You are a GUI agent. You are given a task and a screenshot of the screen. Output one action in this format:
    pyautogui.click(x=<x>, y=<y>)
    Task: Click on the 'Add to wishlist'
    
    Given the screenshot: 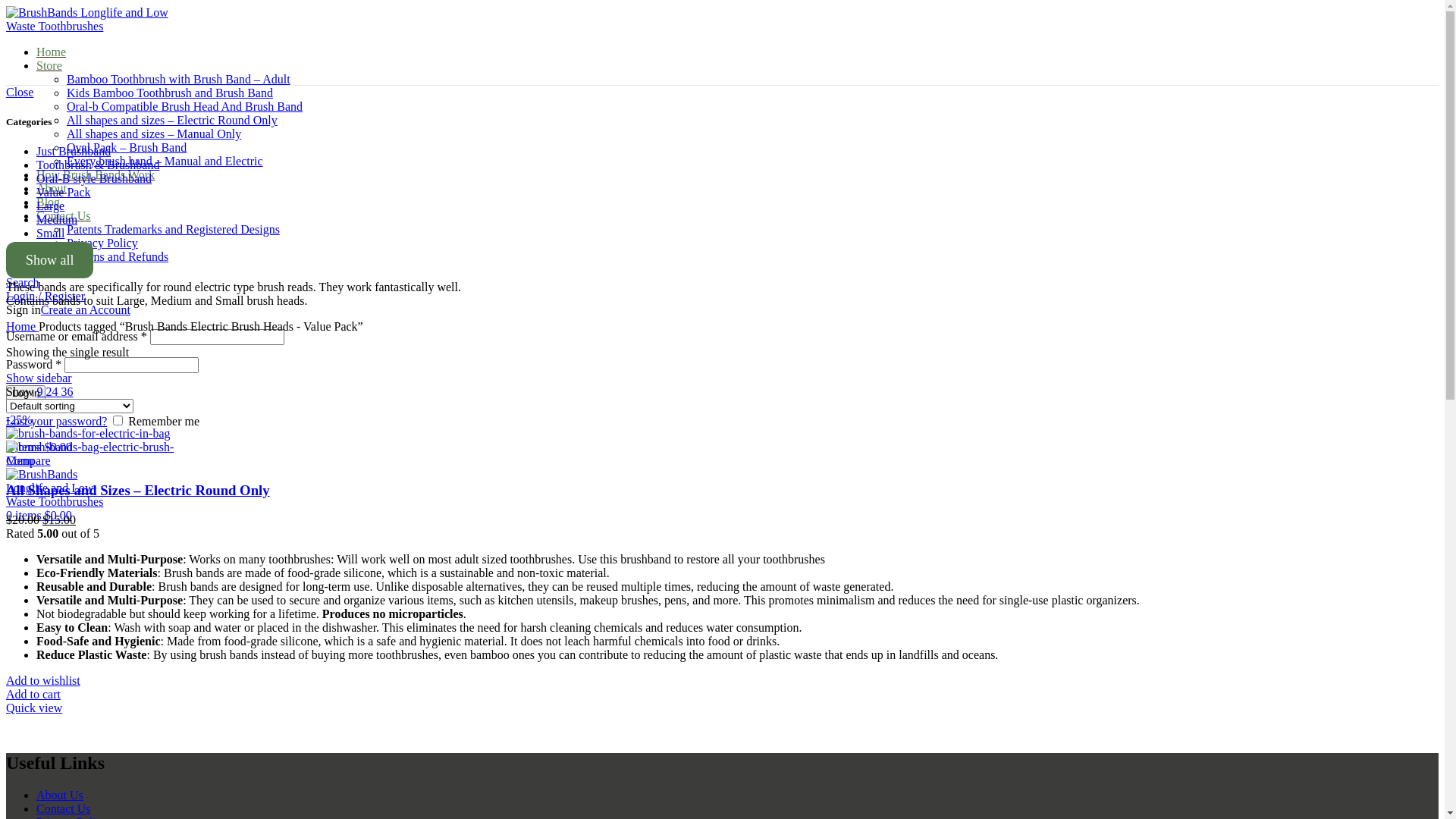 What is the action you would take?
    pyautogui.click(x=43, y=679)
    